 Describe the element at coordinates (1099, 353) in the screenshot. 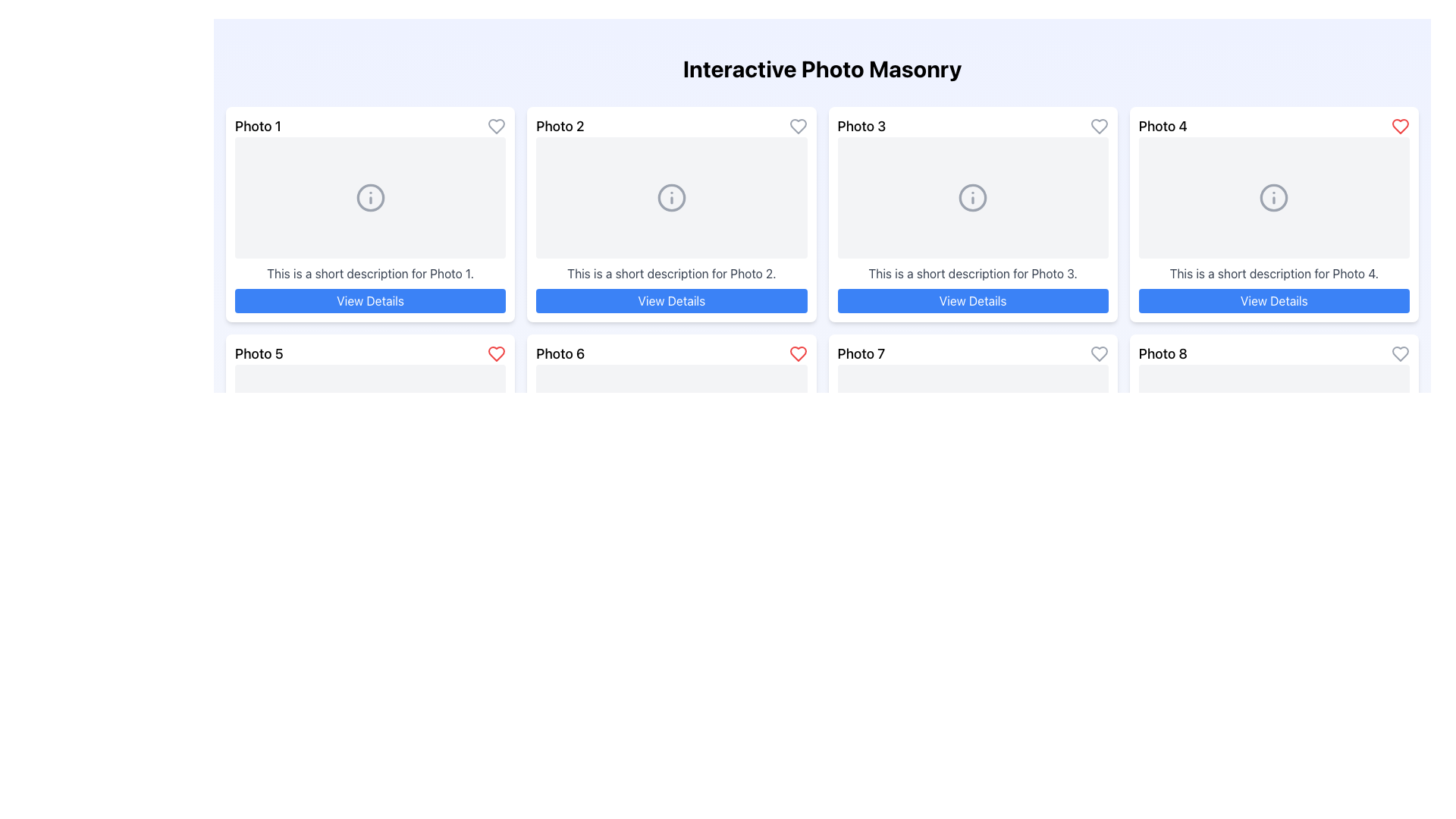

I see `the heart icon located in the bottom-right corner of the 'Photo 7' card` at that location.